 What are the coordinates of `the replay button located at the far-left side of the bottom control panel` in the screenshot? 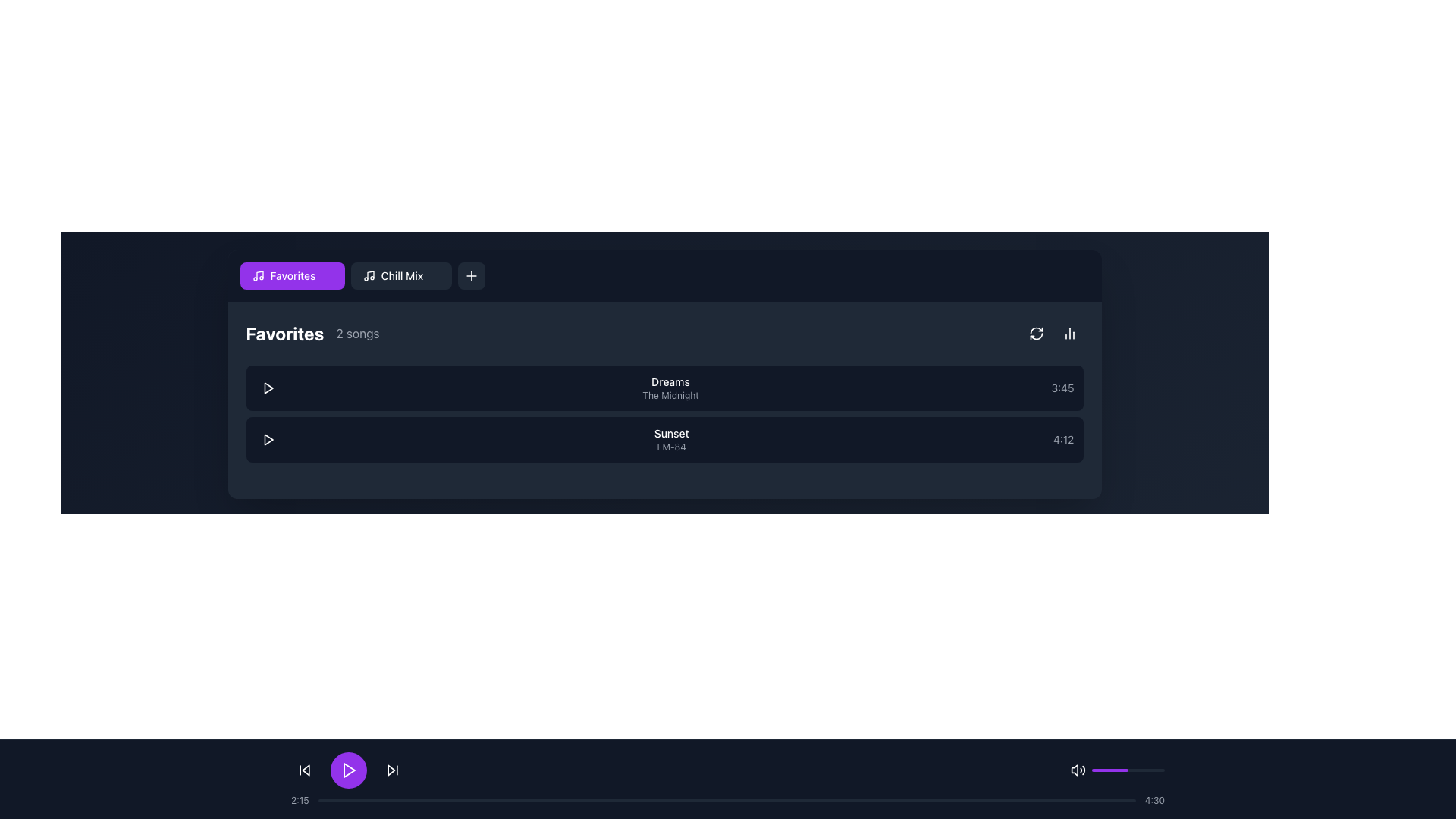 It's located at (304, 770).